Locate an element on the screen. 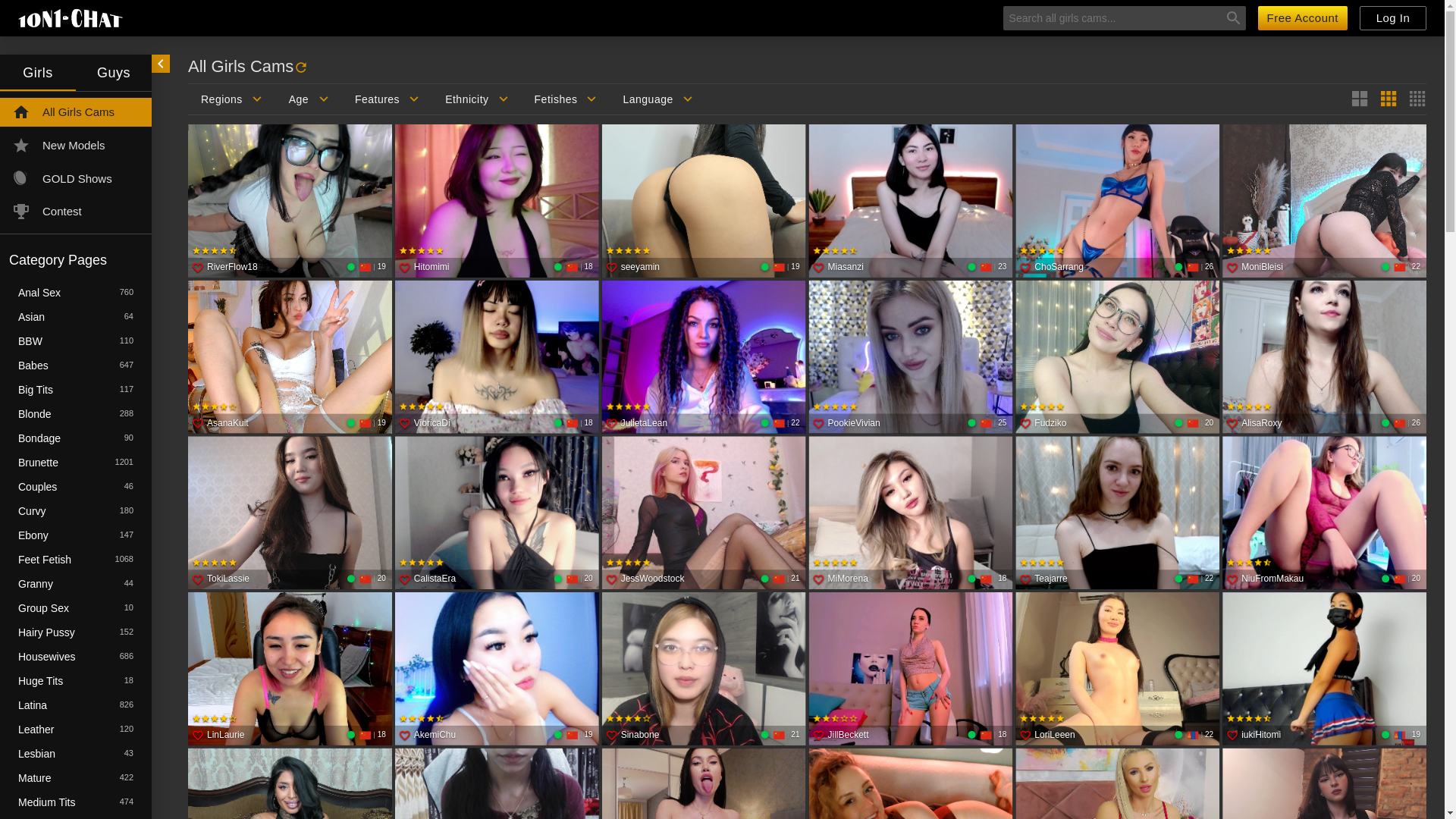 This screenshot has width=1456, height=819. 'MiMorena is located at coordinates (910, 513).